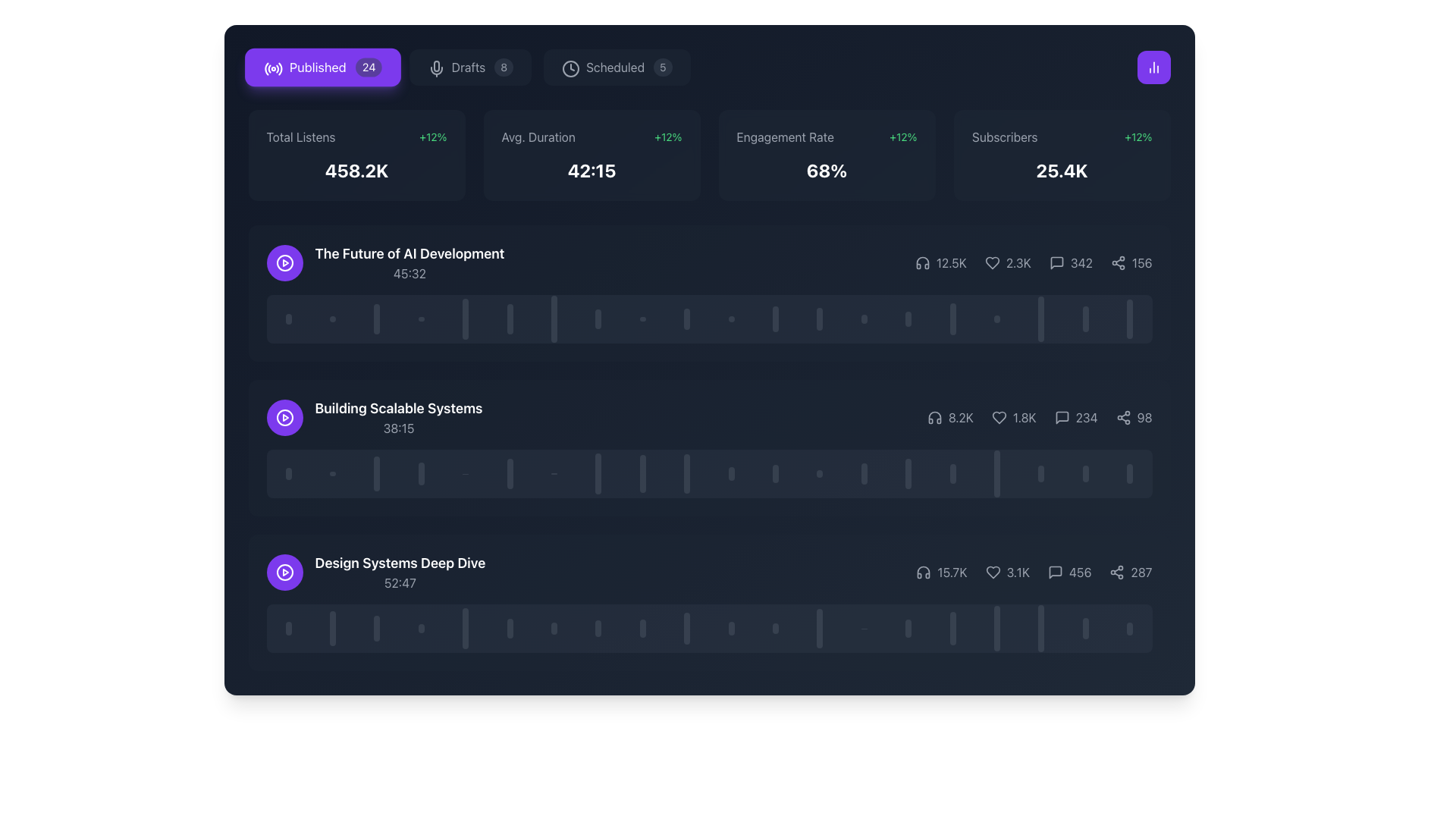 This screenshot has width=1456, height=819. Describe the element at coordinates (864, 318) in the screenshot. I see `the thirteenth visual representation element in a horizontally aligned group of progress bars, located in the center of a dark block` at that location.